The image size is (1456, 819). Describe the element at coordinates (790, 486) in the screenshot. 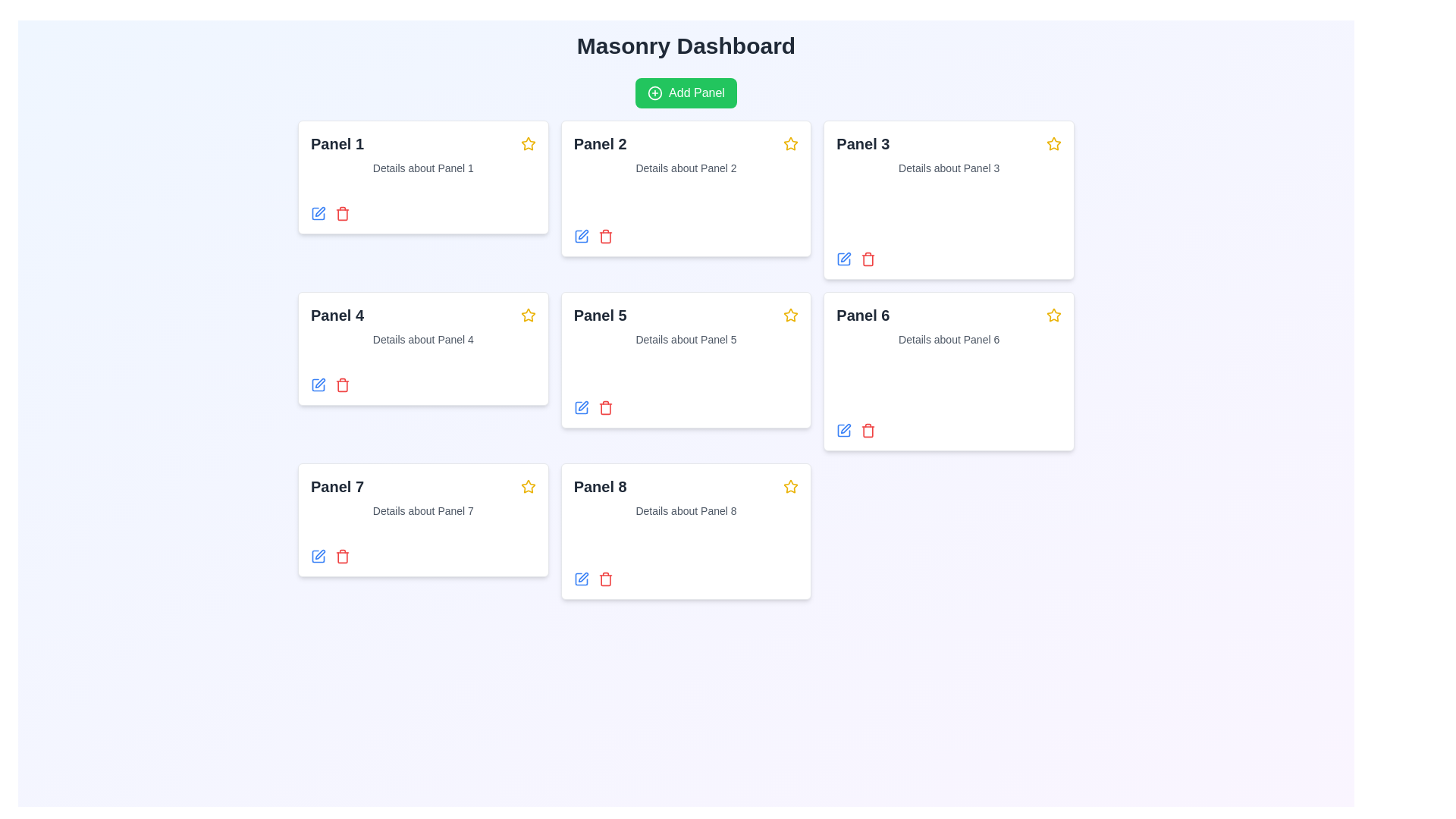

I see `the star icon button with a yellow outline located at the top-right corner of 'Panel 6'` at that location.